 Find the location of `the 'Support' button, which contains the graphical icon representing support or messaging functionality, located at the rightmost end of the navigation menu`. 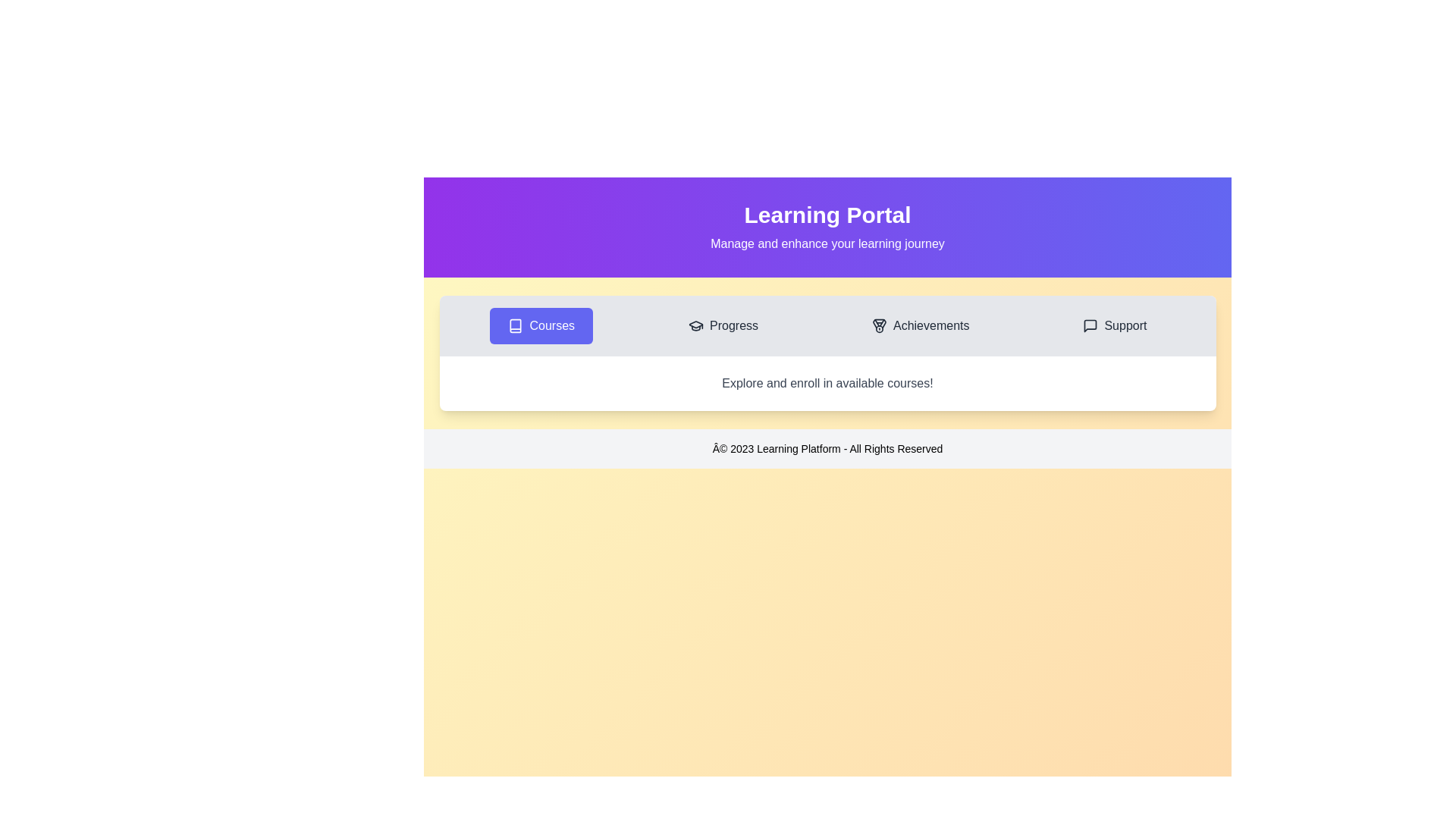

the 'Support' button, which contains the graphical icon representing support or messaging functionality, located at the rightmost end of the navigation menu is located at coordinates (1090, 325).